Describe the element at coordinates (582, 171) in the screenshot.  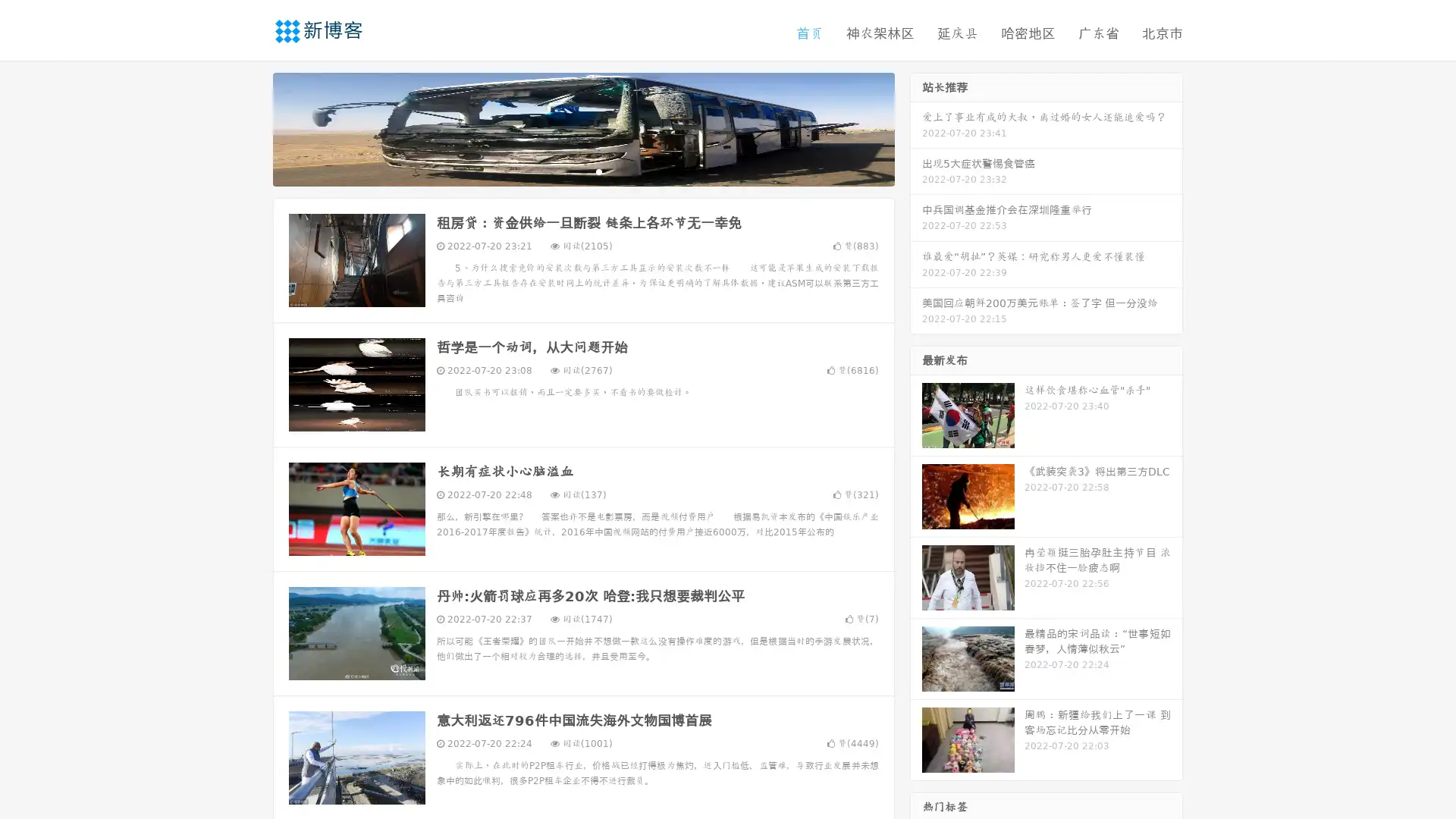
I see `Go to slide 2` at that location.